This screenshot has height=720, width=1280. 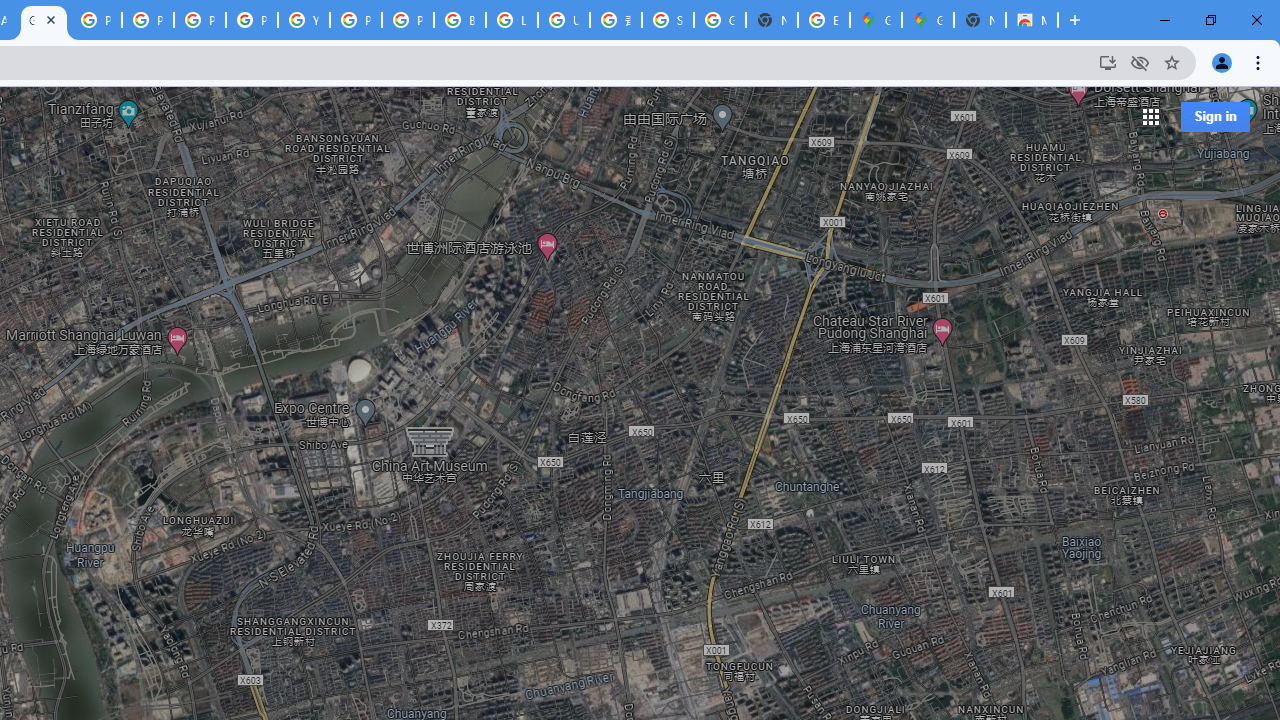 What do you see at coordinates (95, 20) in the screenshot?
I see `'Policy Accountability and Transparency - Transparency Center'` at bounding box center [95, 20].